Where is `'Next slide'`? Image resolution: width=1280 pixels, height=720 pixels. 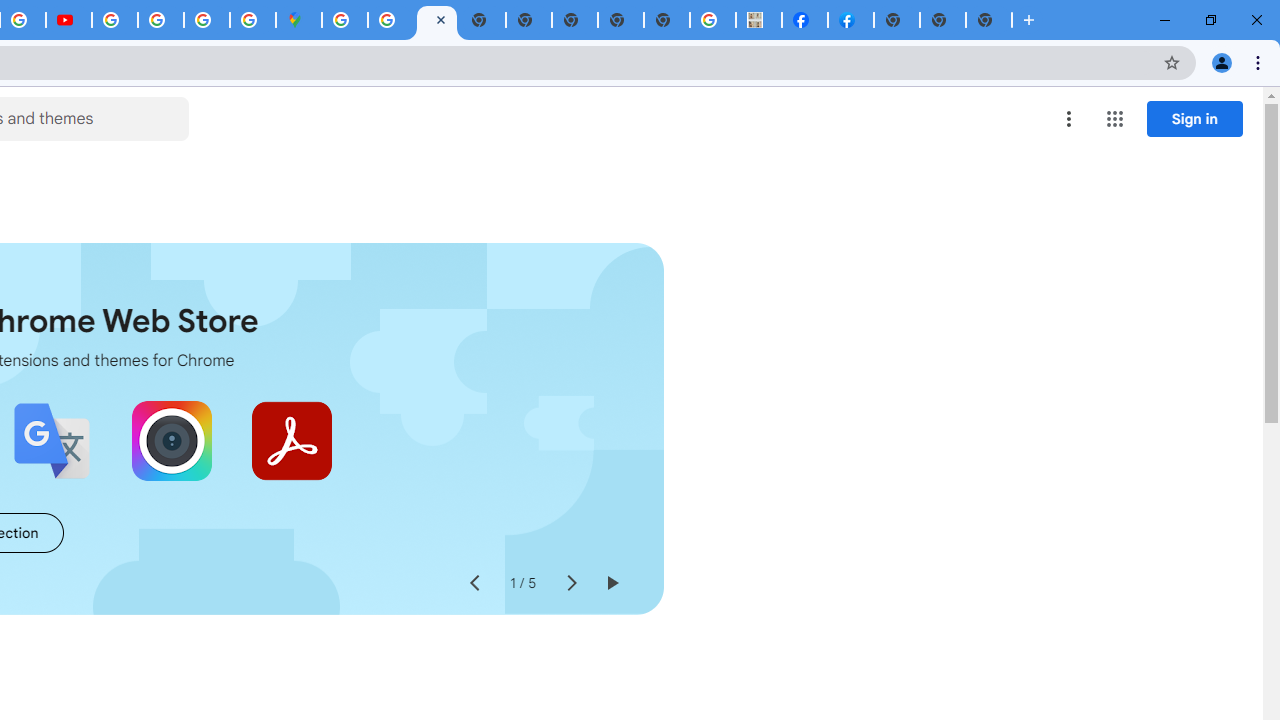 'Next slide' is located at coordinates (569, 583).